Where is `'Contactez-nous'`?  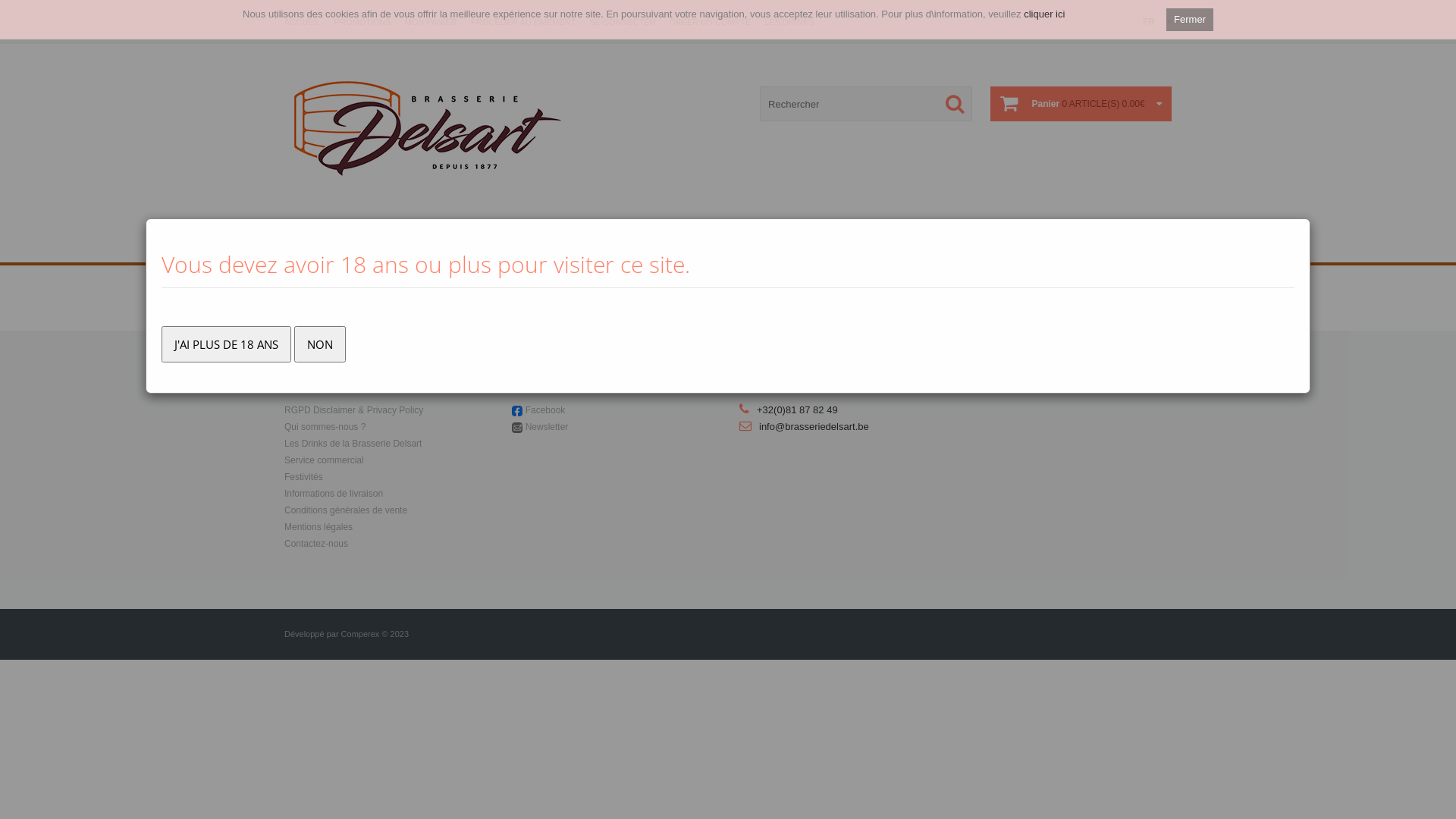 'Contactez-nous' is located at coordinates (284, 543).